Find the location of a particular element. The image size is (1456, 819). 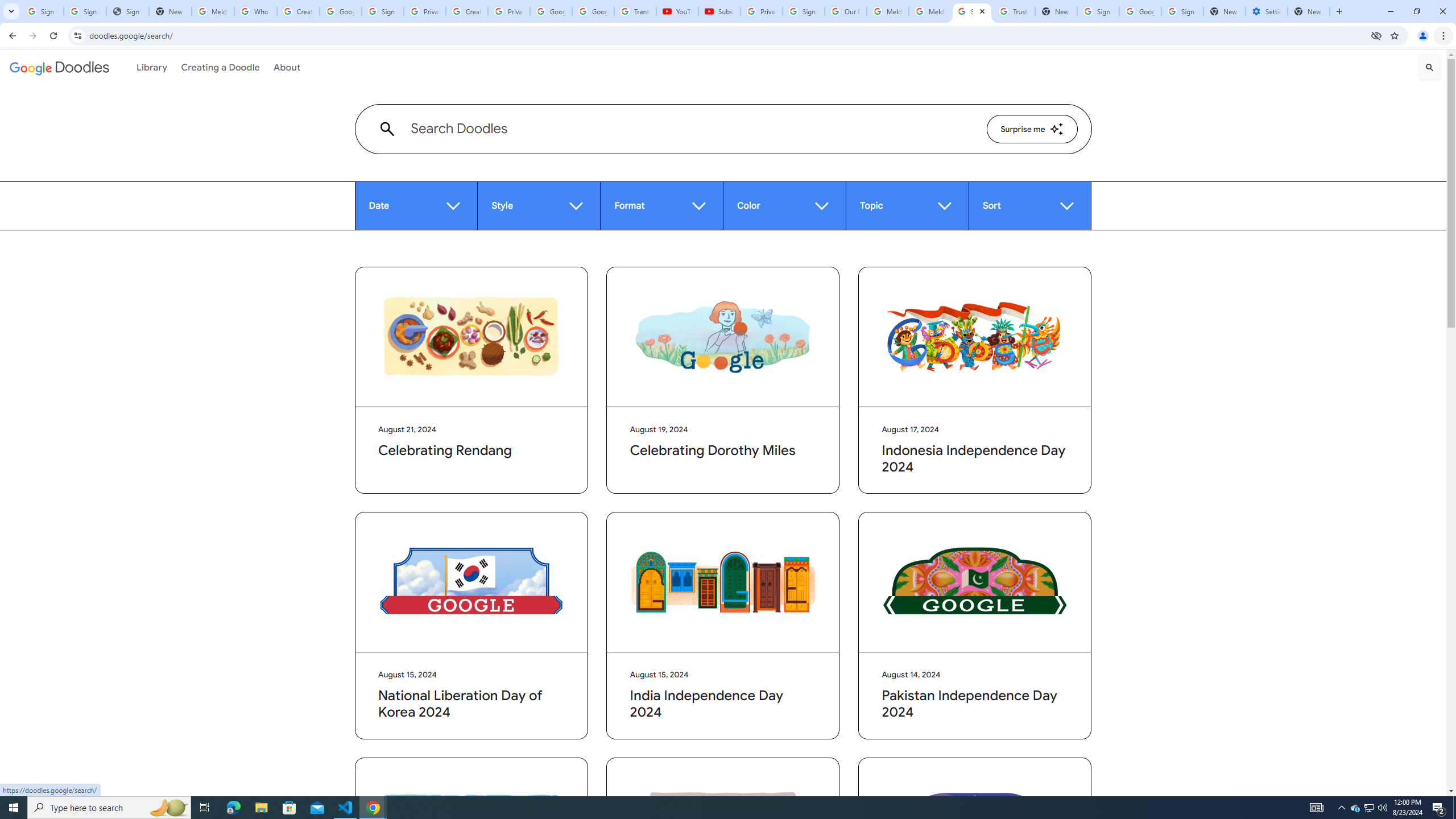

'Format' is located at coordinates (660, 205).